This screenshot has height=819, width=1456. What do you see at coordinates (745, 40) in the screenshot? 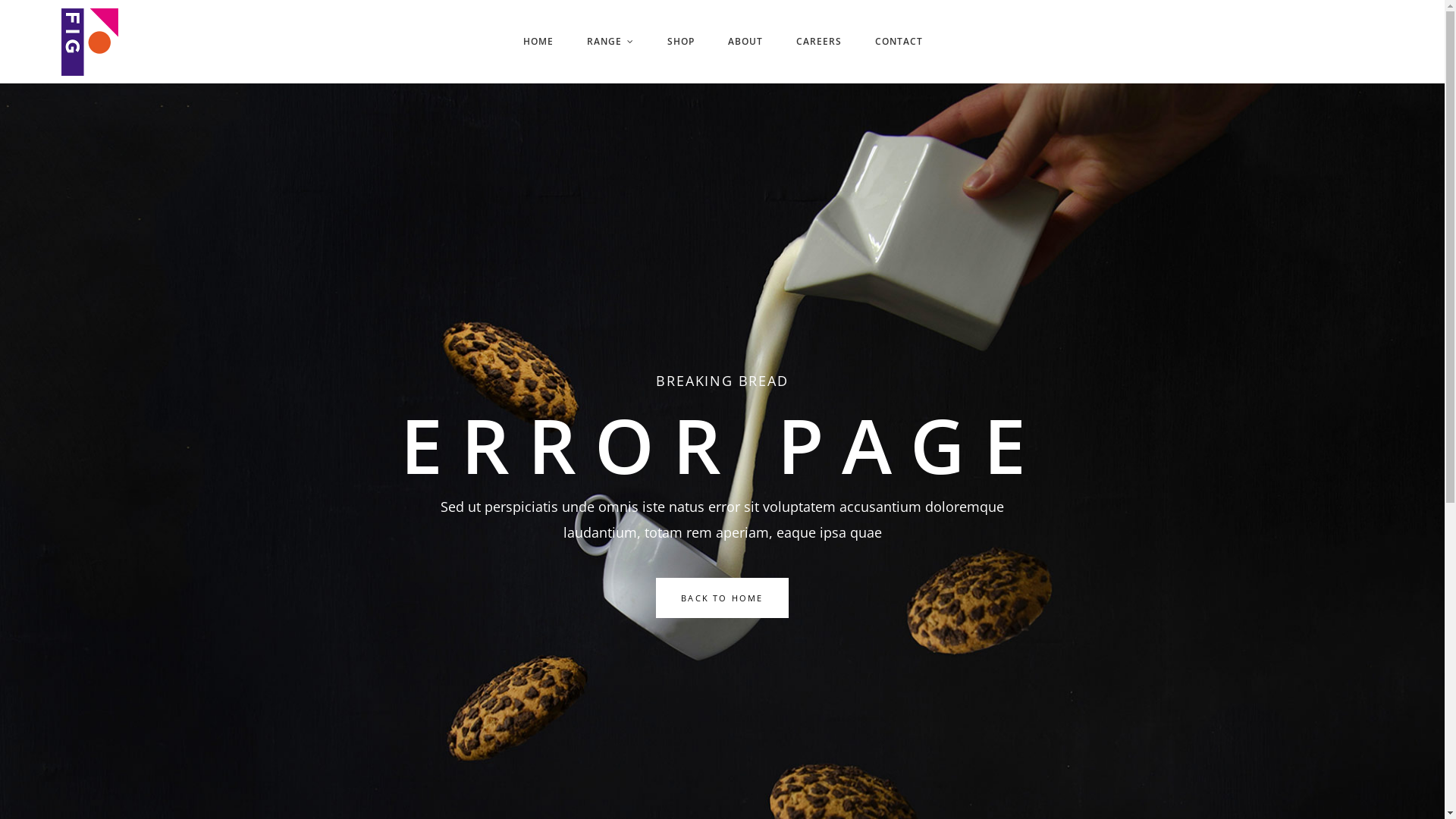
I see `'ABOUT'` at bounding box center [745, 40].